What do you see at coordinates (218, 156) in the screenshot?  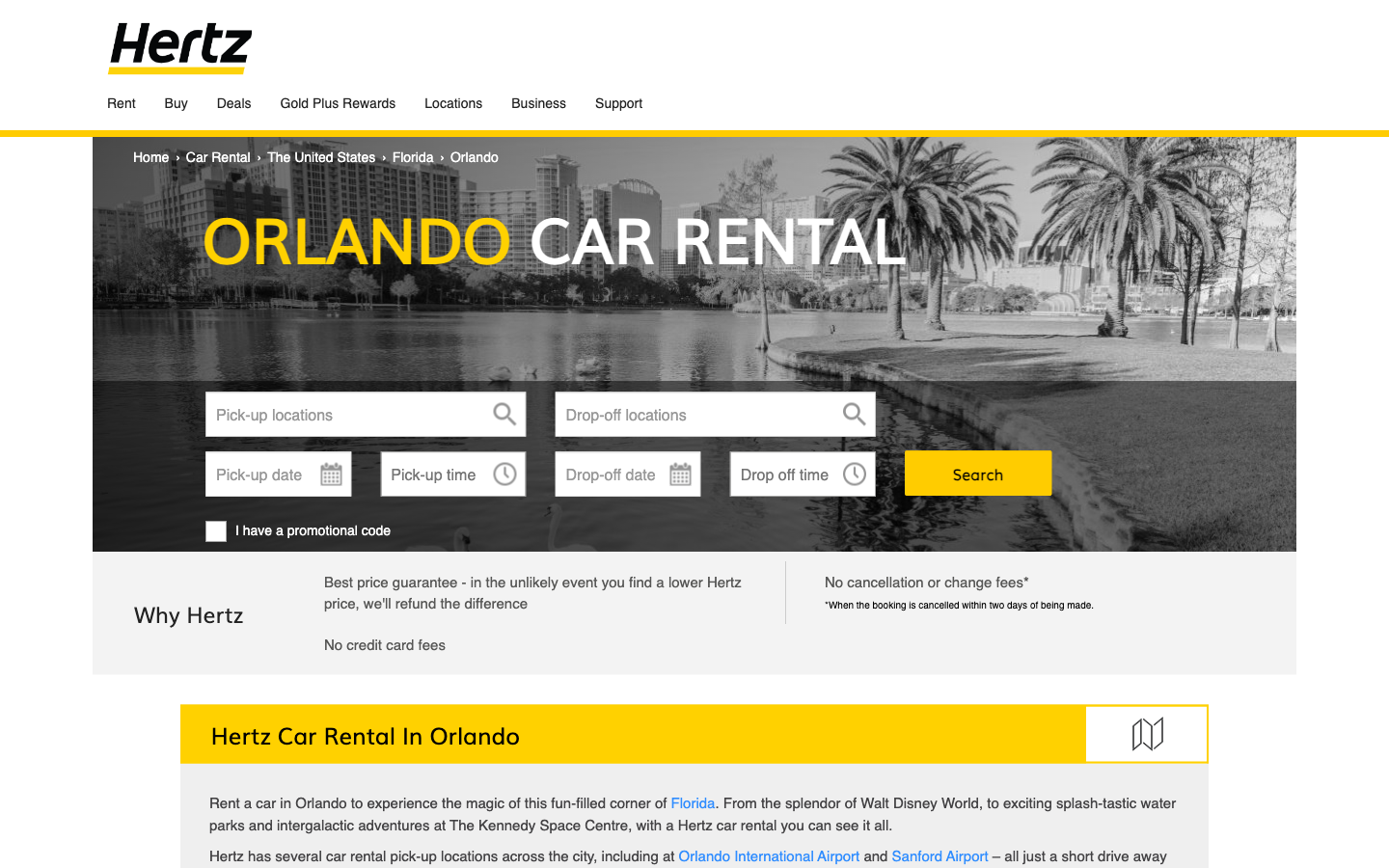 I see `Redirects to car rental` at bounding box center [218, 156].